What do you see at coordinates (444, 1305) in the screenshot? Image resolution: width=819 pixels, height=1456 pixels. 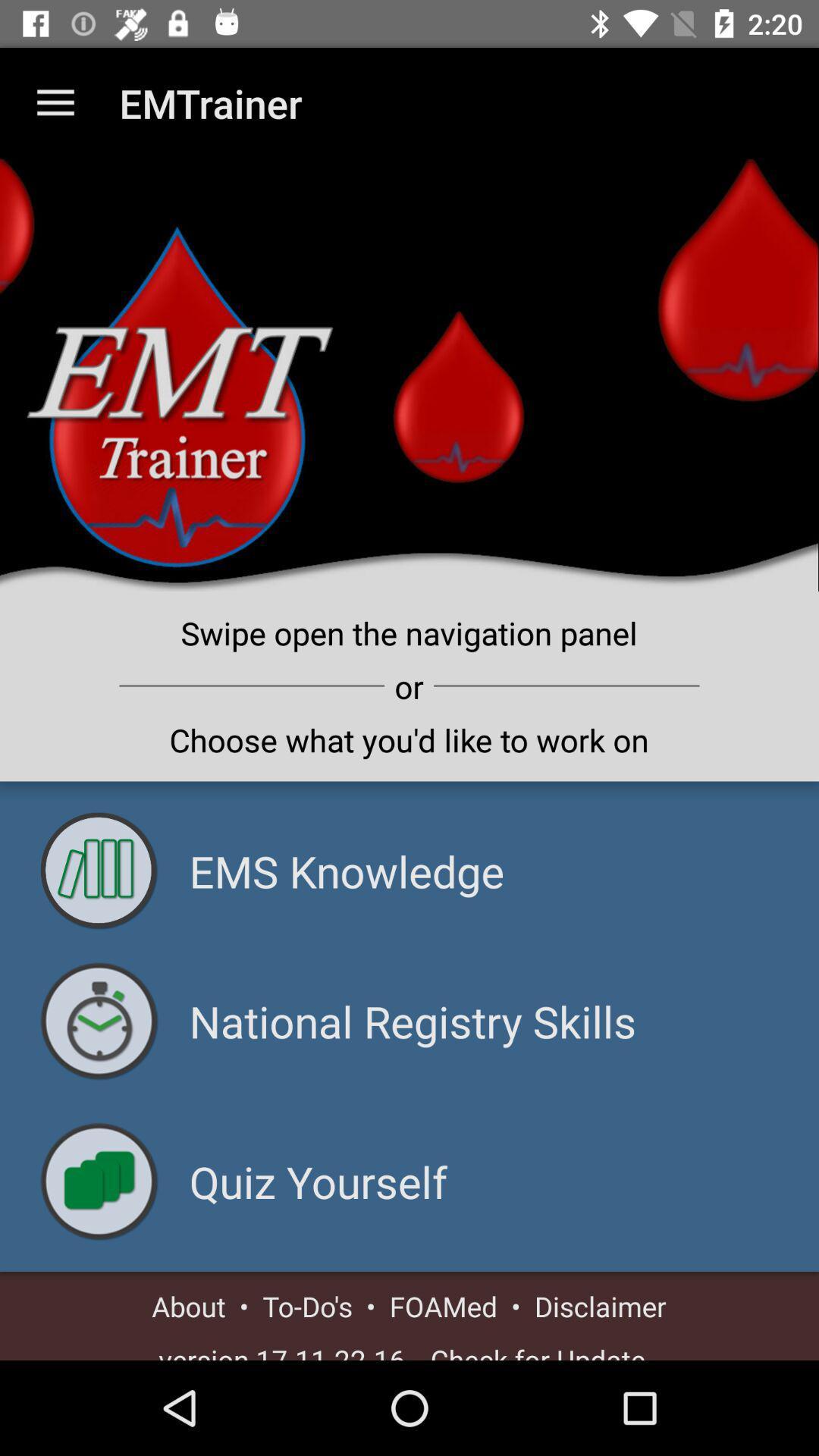 I see `foamed` at bounding box center [444, 1305].